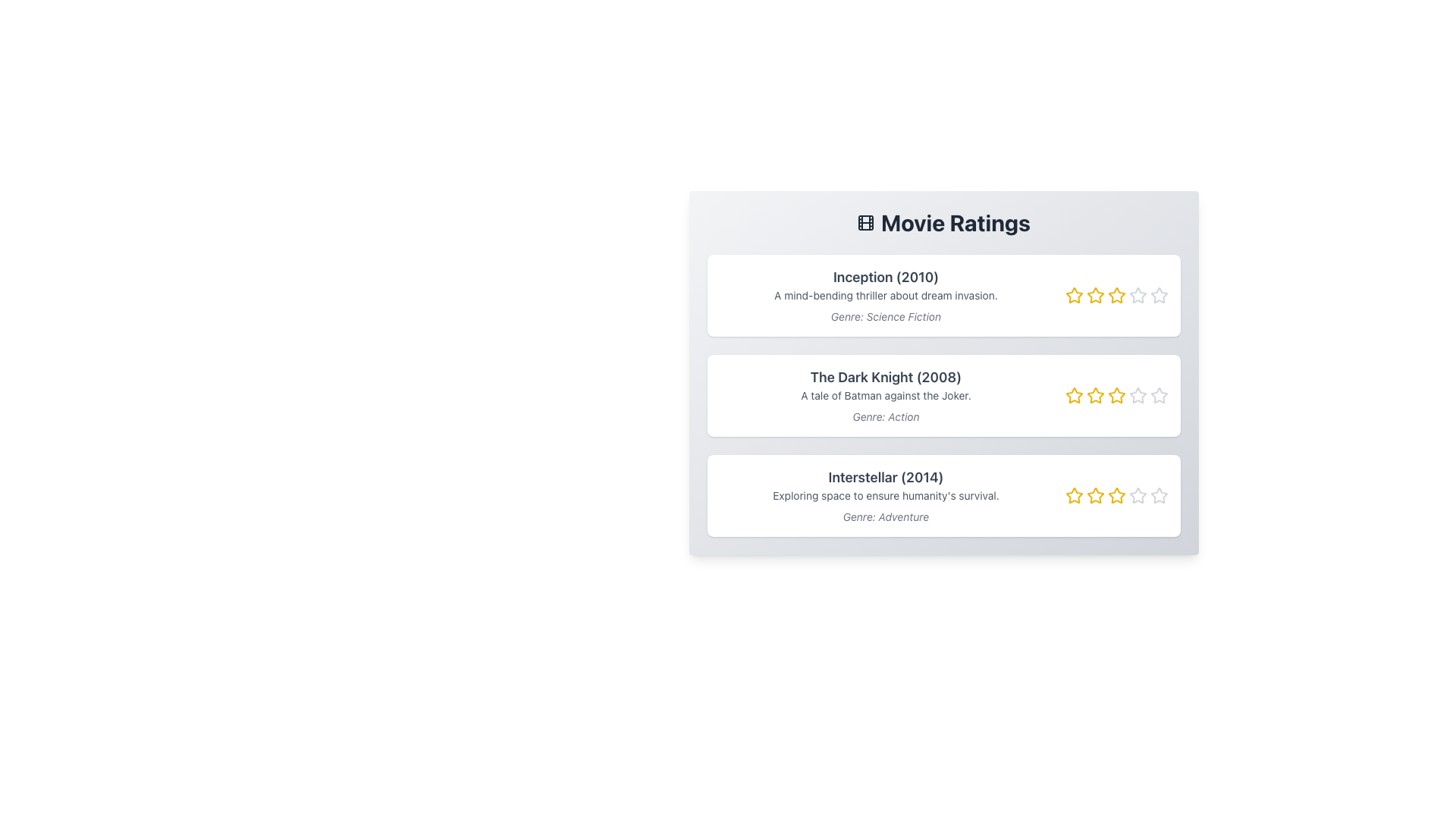  Describe the element at coordinates (1116, 295) in the screenshot. I see `the third star-shaped icon in the 'Inception (2010)' card under the 'Movie Ratings' section` at that location.